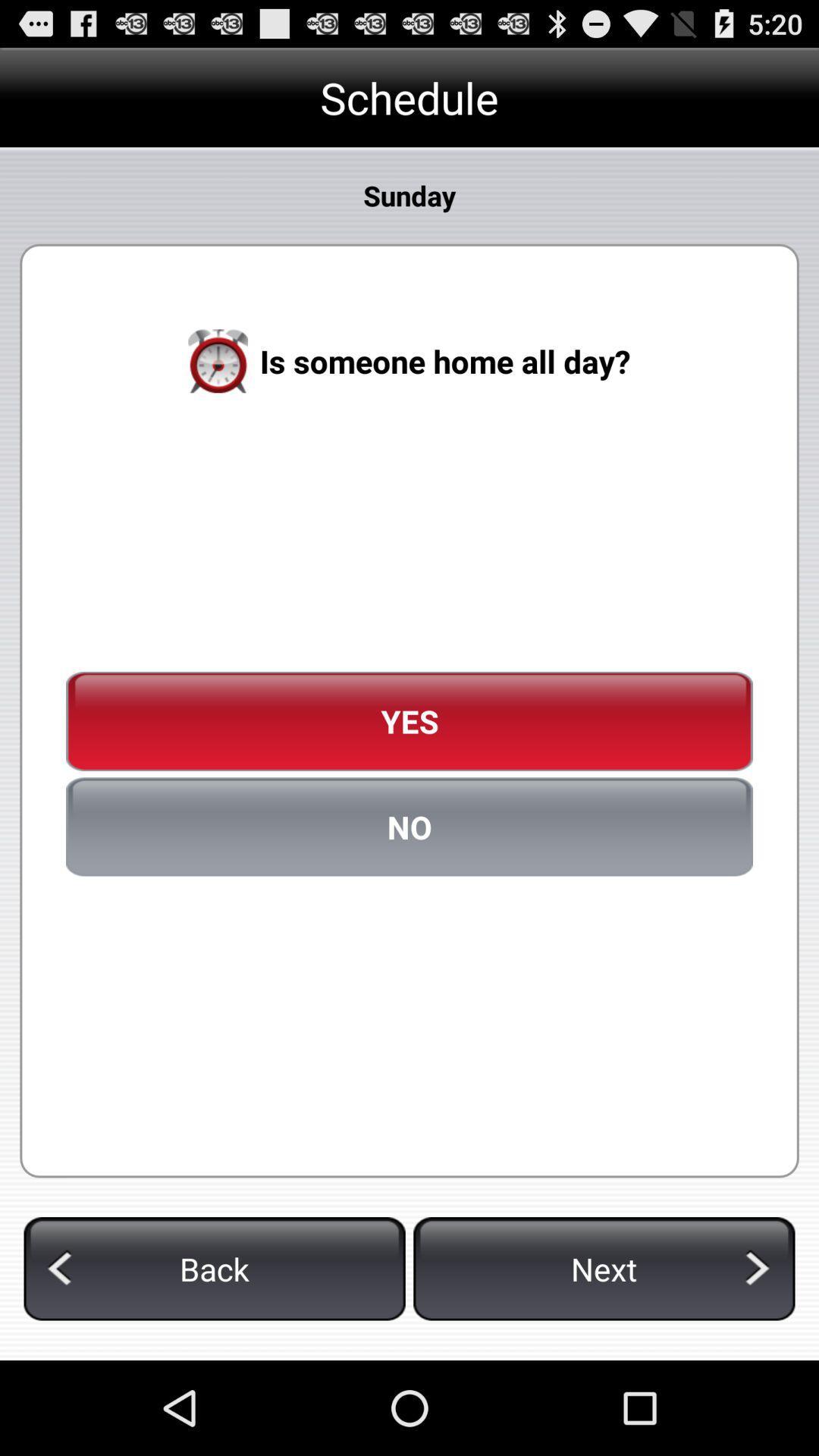 This screenshot has height=1456, width=819. Describe the element at coordinates (409, 720) in the screenshot. I see `the yes icon` at that location.